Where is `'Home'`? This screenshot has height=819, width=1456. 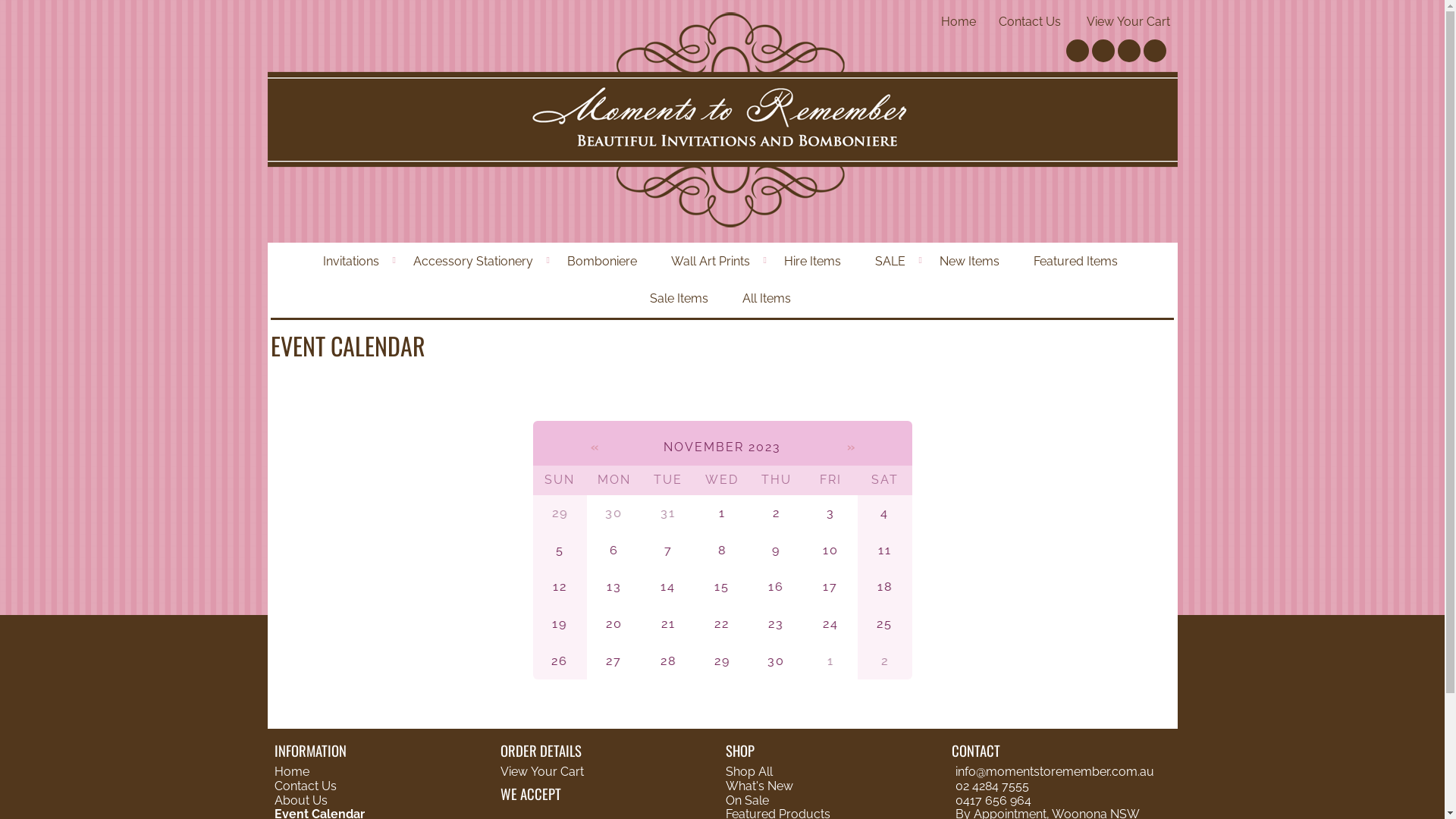
'Home' is located at coordinates (957, 21).